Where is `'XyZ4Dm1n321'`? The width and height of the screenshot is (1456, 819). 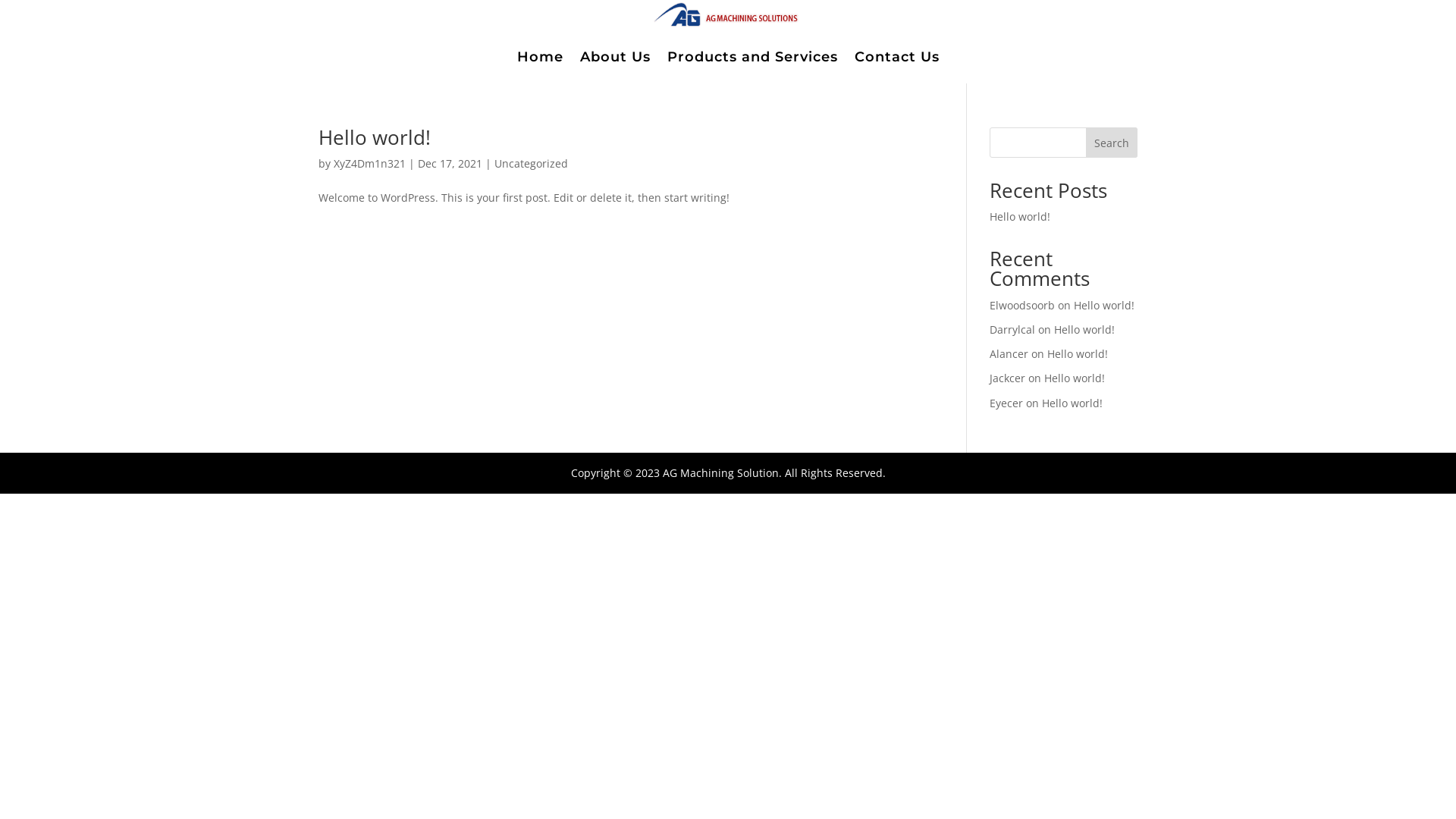
'XyZ4Dm1n321' is located at coordinates (369, 163).